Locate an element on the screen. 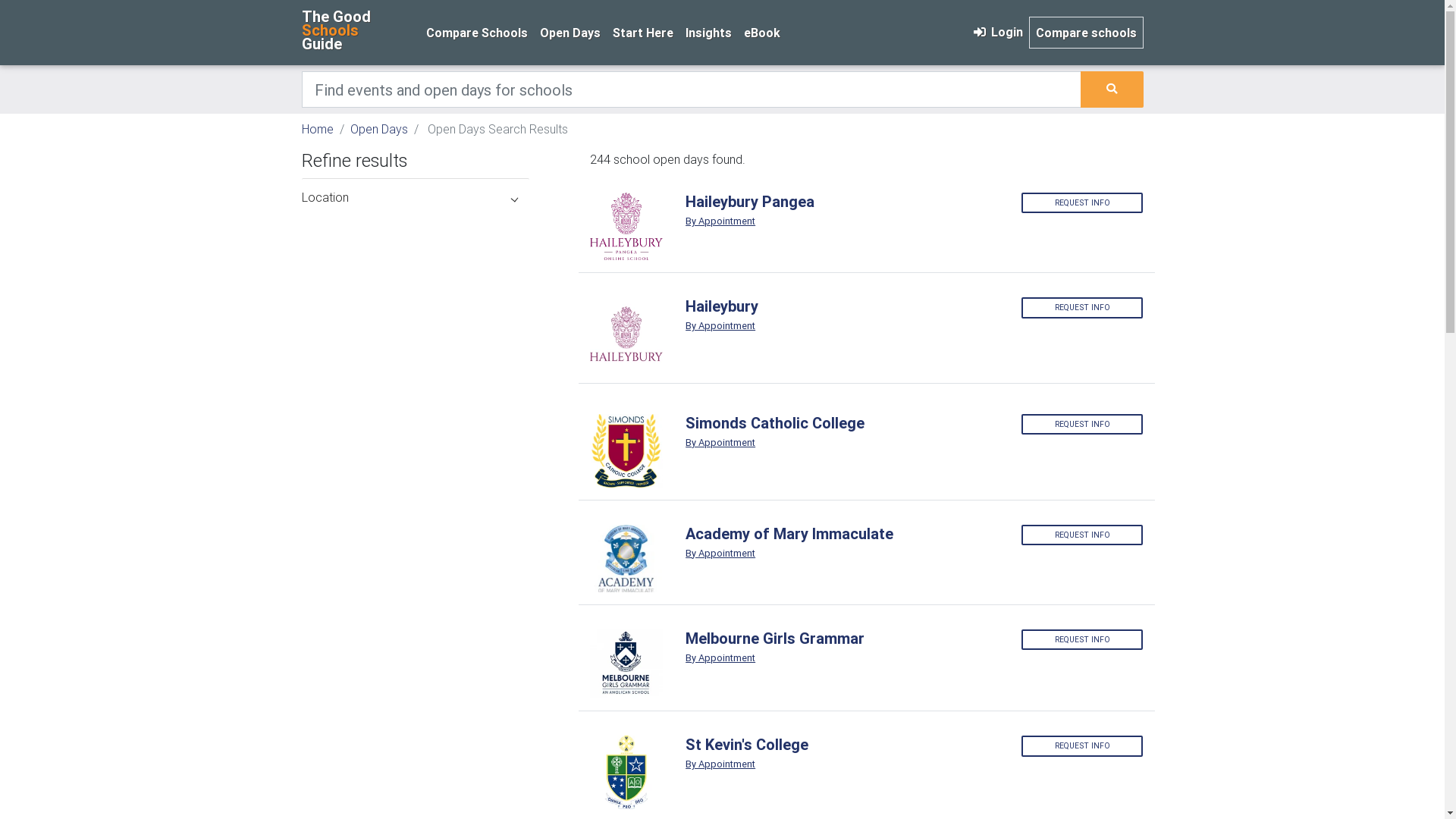 This screenshot has width=1456, height=819. 'By Appointment' is located at coordinates (758, 221).